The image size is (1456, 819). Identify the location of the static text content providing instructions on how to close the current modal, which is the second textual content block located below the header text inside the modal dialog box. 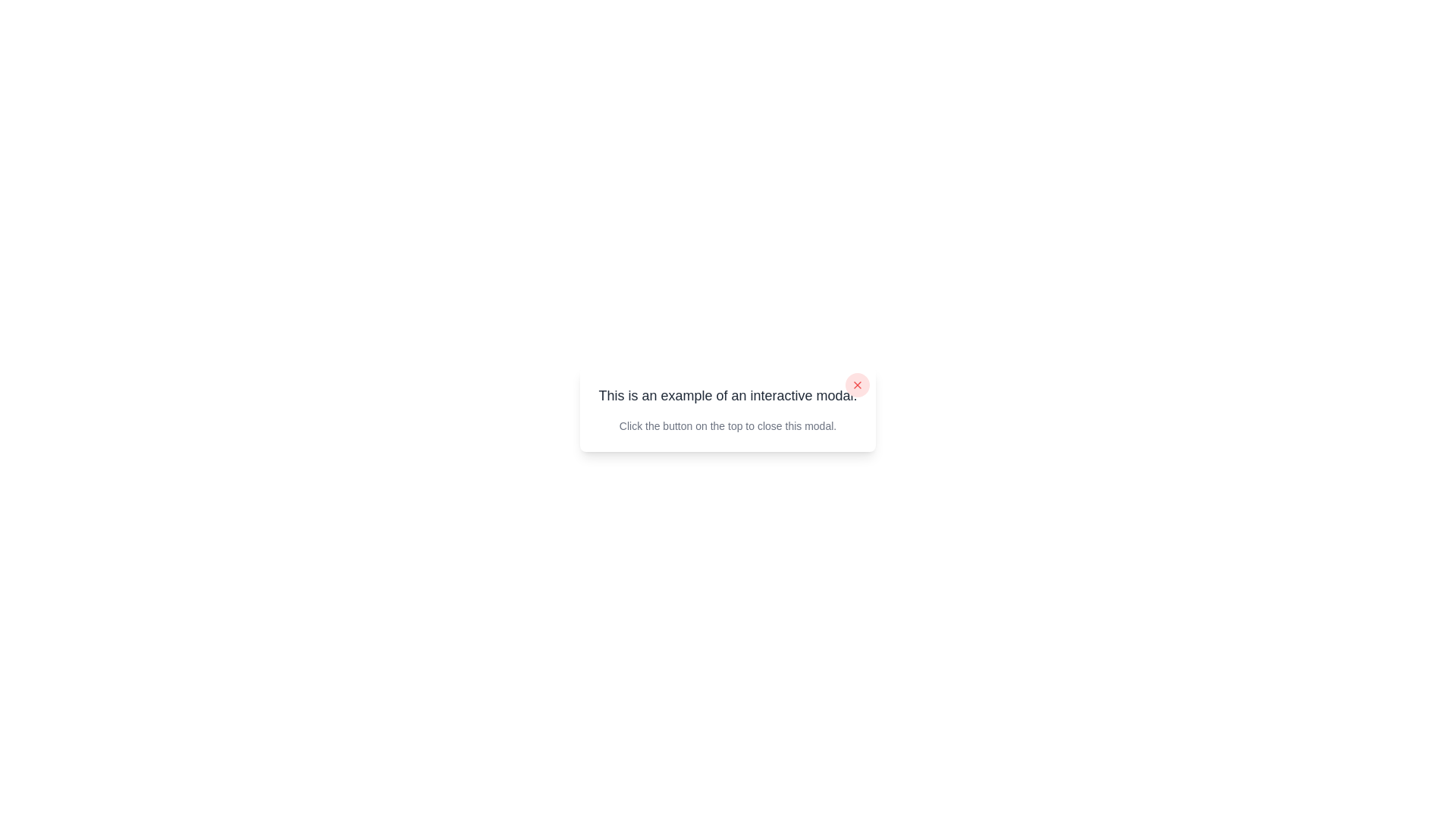
(728, 426).